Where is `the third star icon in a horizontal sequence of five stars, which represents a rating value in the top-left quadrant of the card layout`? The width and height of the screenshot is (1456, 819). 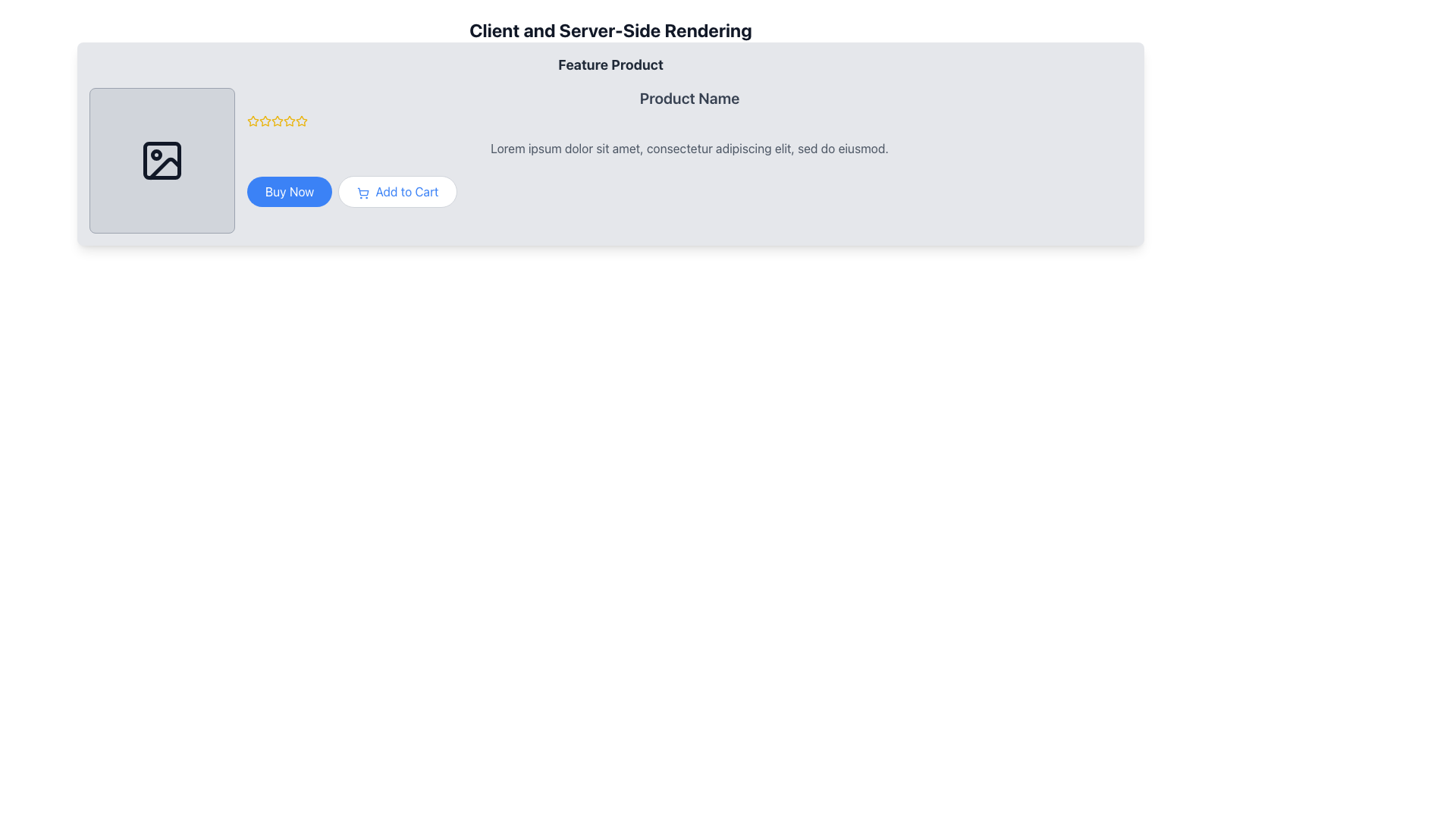
the third star icon in a horizontal sequence of five stars, which represents a rating value in the top-left quadrant of the card layout is located at coordinates (290, 120).